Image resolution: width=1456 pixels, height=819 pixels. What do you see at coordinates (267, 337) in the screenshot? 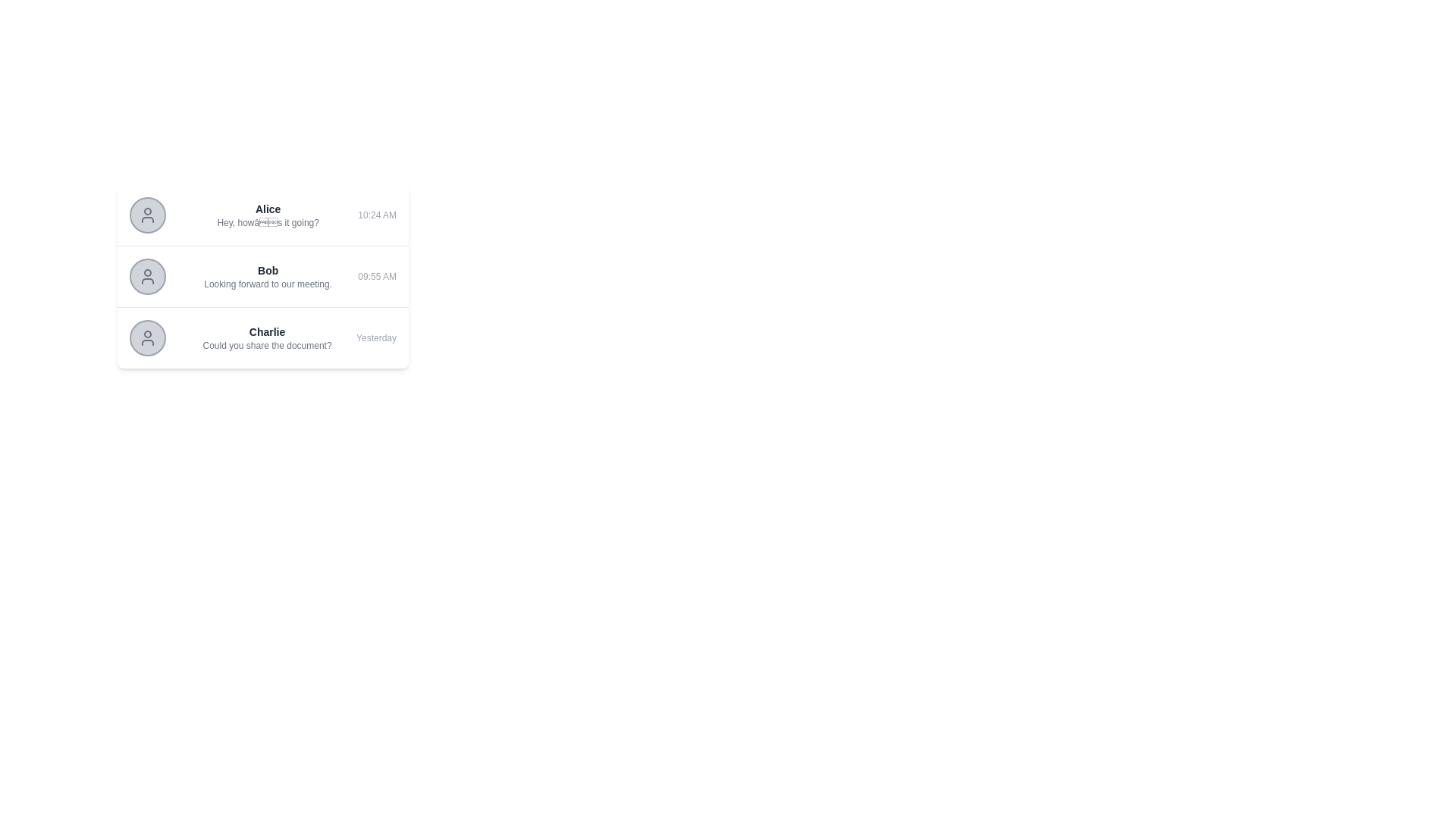
I see `the Message Preview element displaying 'Charlie' in bold and the message 'Could you share the document?'` at bounding box center [267, 337].